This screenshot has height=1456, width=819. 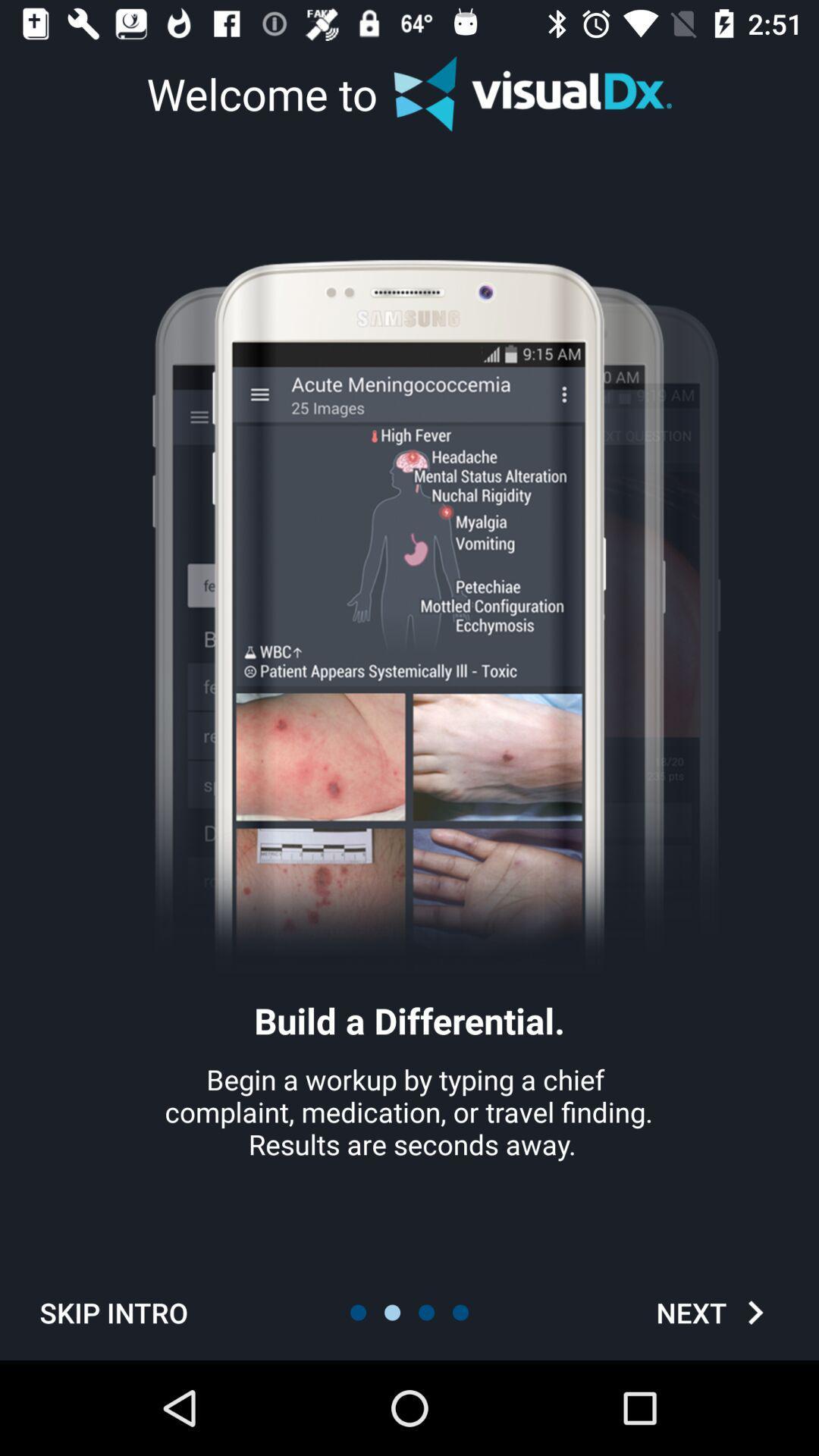 I want to click on icon below begin a workup icon, so click(x=113, y=1312).